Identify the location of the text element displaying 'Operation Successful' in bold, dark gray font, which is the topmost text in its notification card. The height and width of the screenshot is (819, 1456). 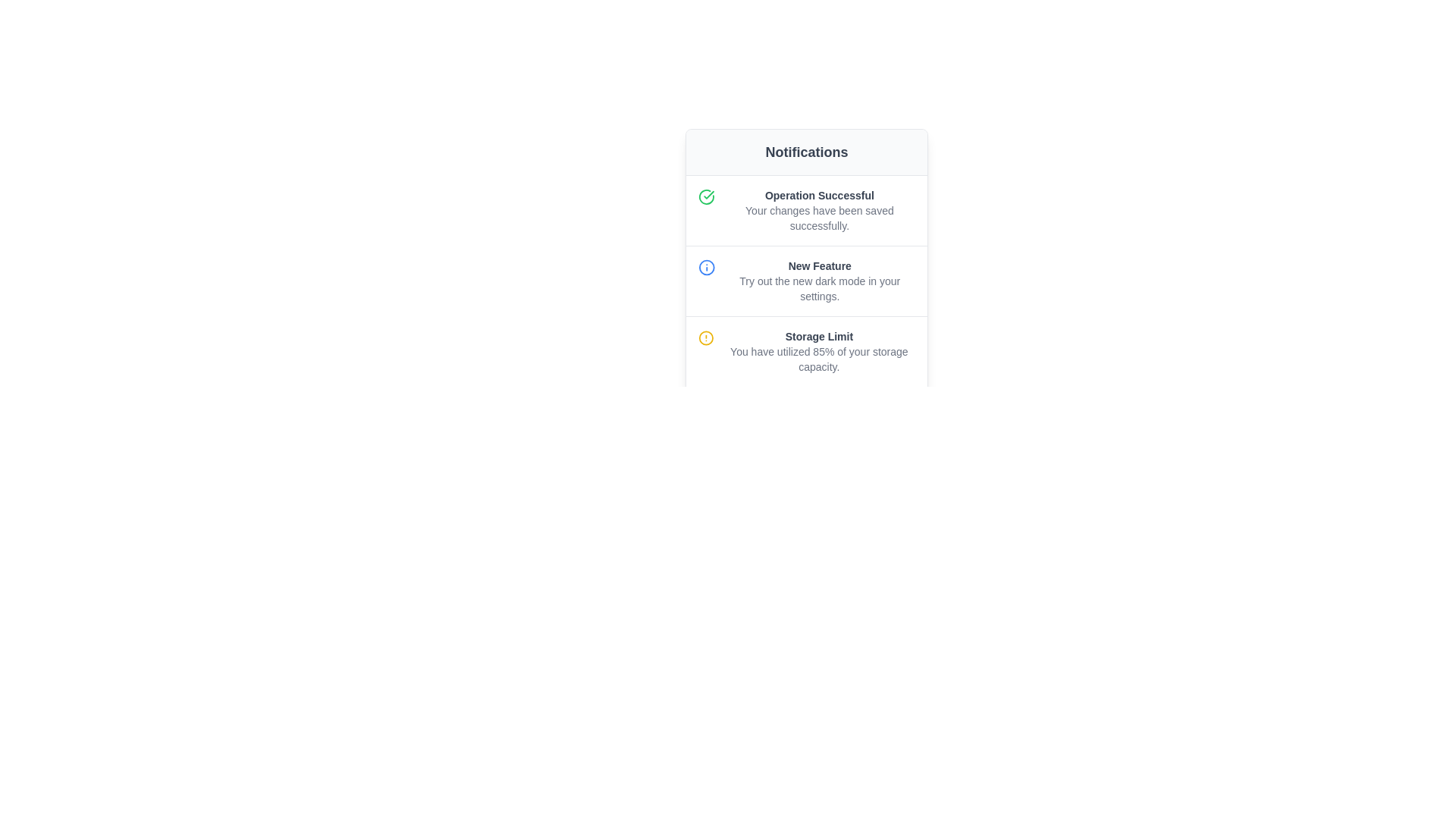
(818, 195).